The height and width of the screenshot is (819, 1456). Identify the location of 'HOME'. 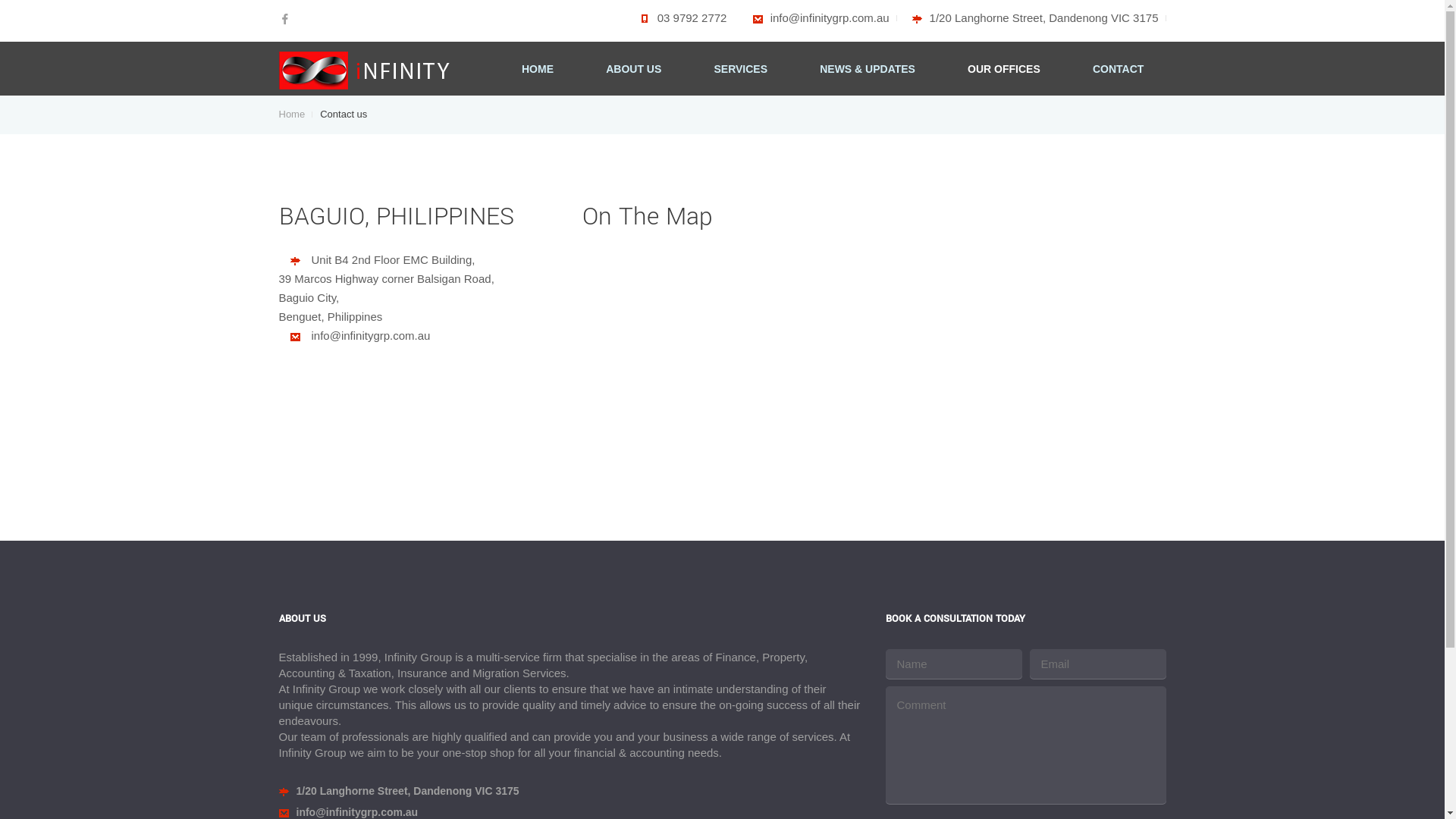
(538, 70).